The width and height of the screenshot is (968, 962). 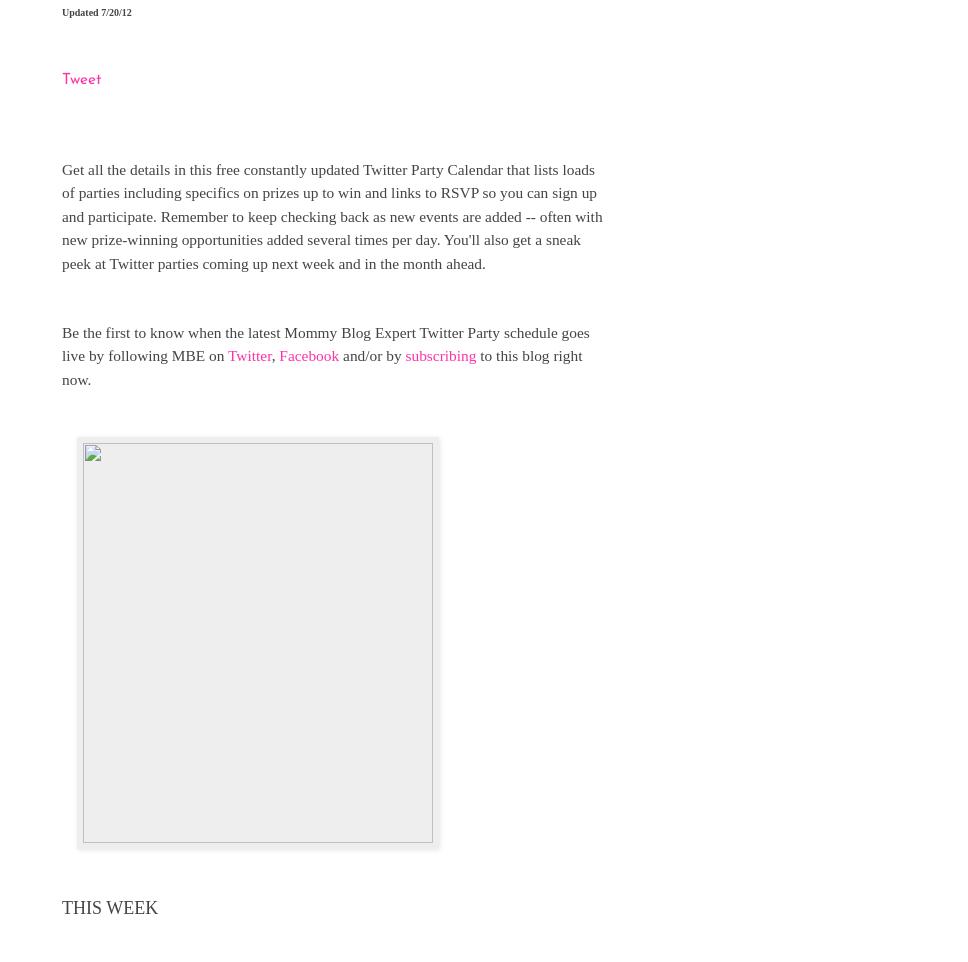 I want to click on 'Twitter', so click(x=226, y=355).